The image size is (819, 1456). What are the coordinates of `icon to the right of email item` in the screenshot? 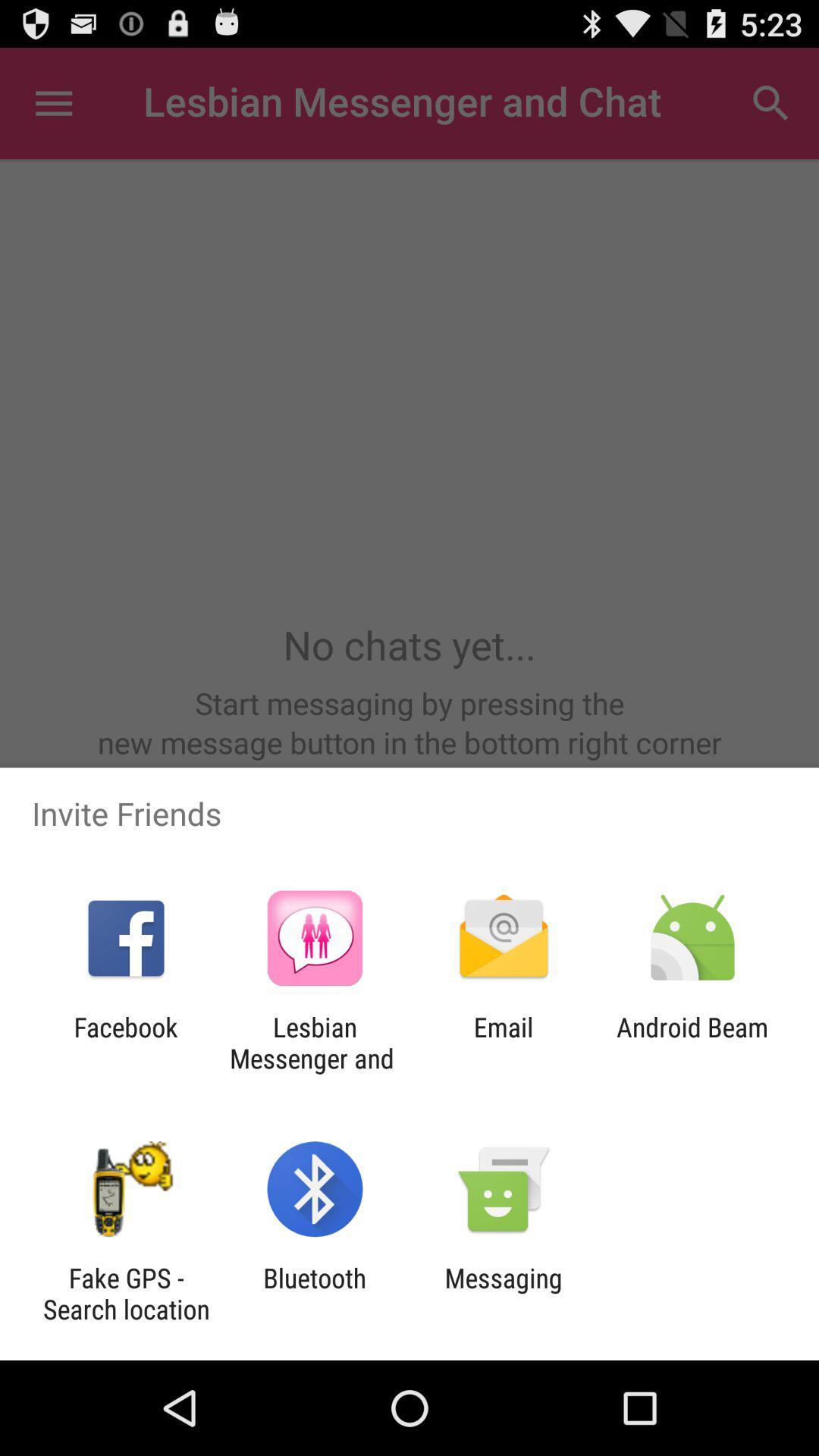 It's located at (692, 1042).